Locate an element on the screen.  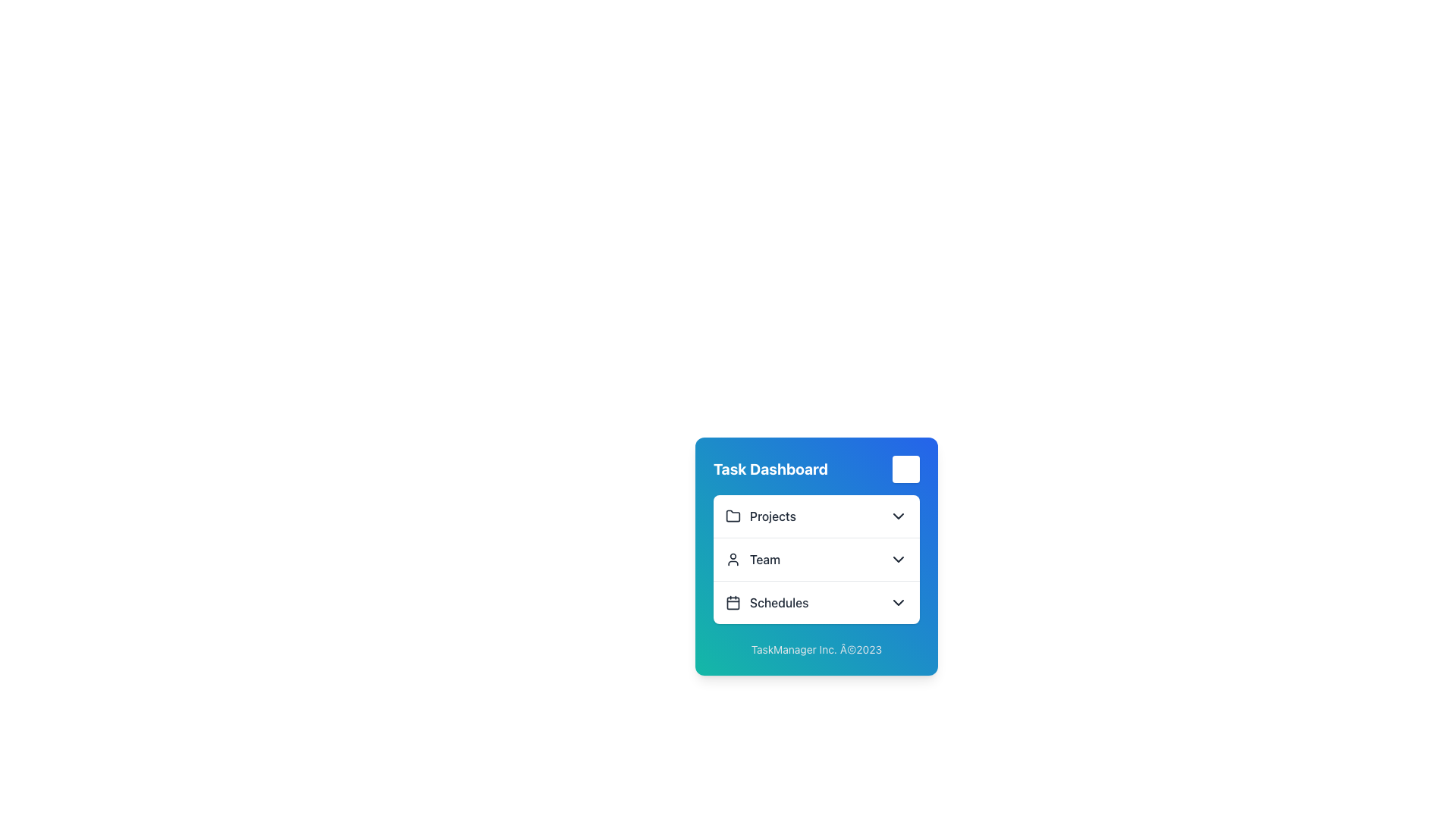
the downward-facing chevron icon button located to the far right of the 'Schedules' label is located at coordinates (899, 601).